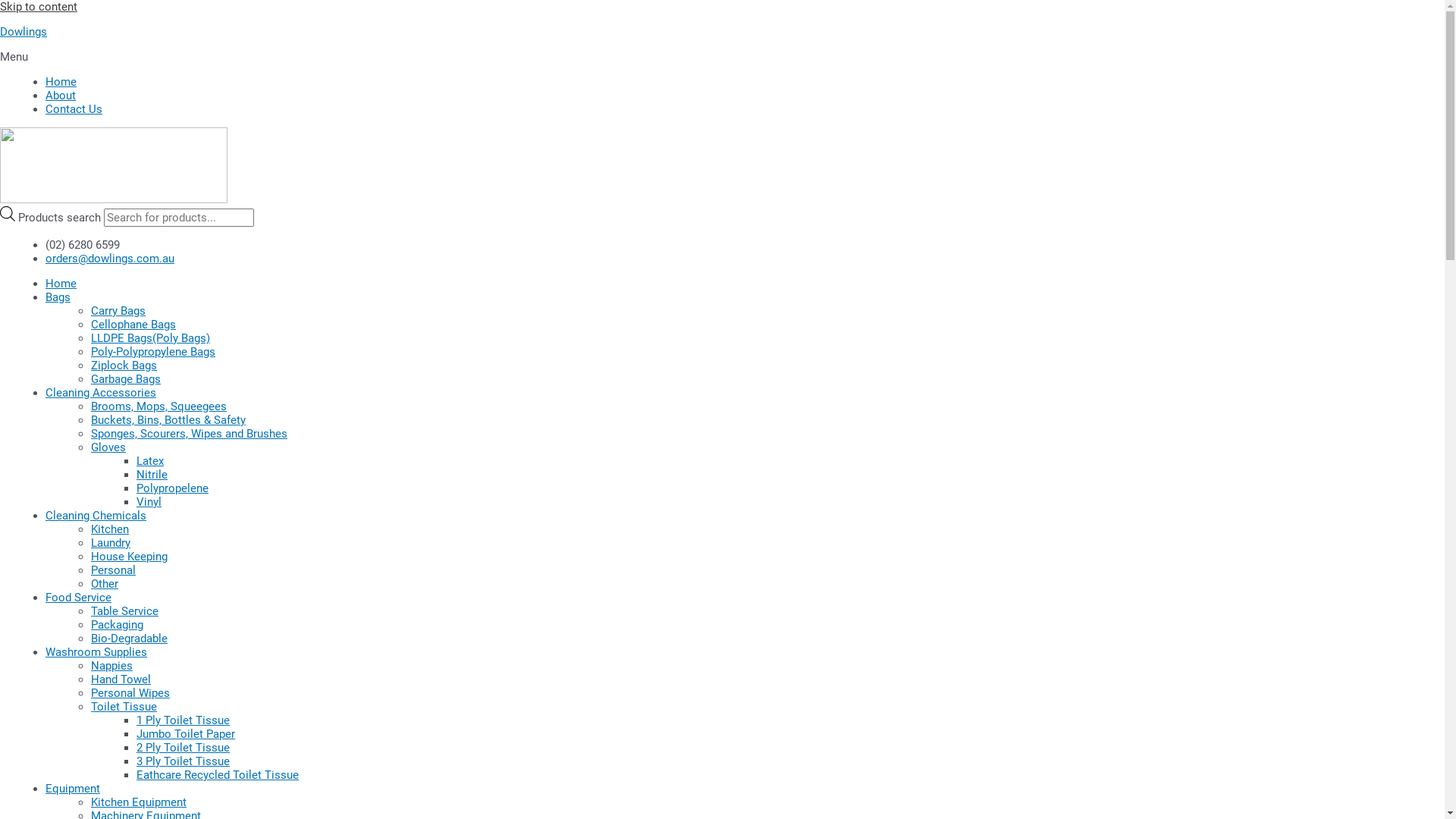 The width and height of the screenshot is (1456, 819). I want to click on 'Carry Bags', so click(118, 309).